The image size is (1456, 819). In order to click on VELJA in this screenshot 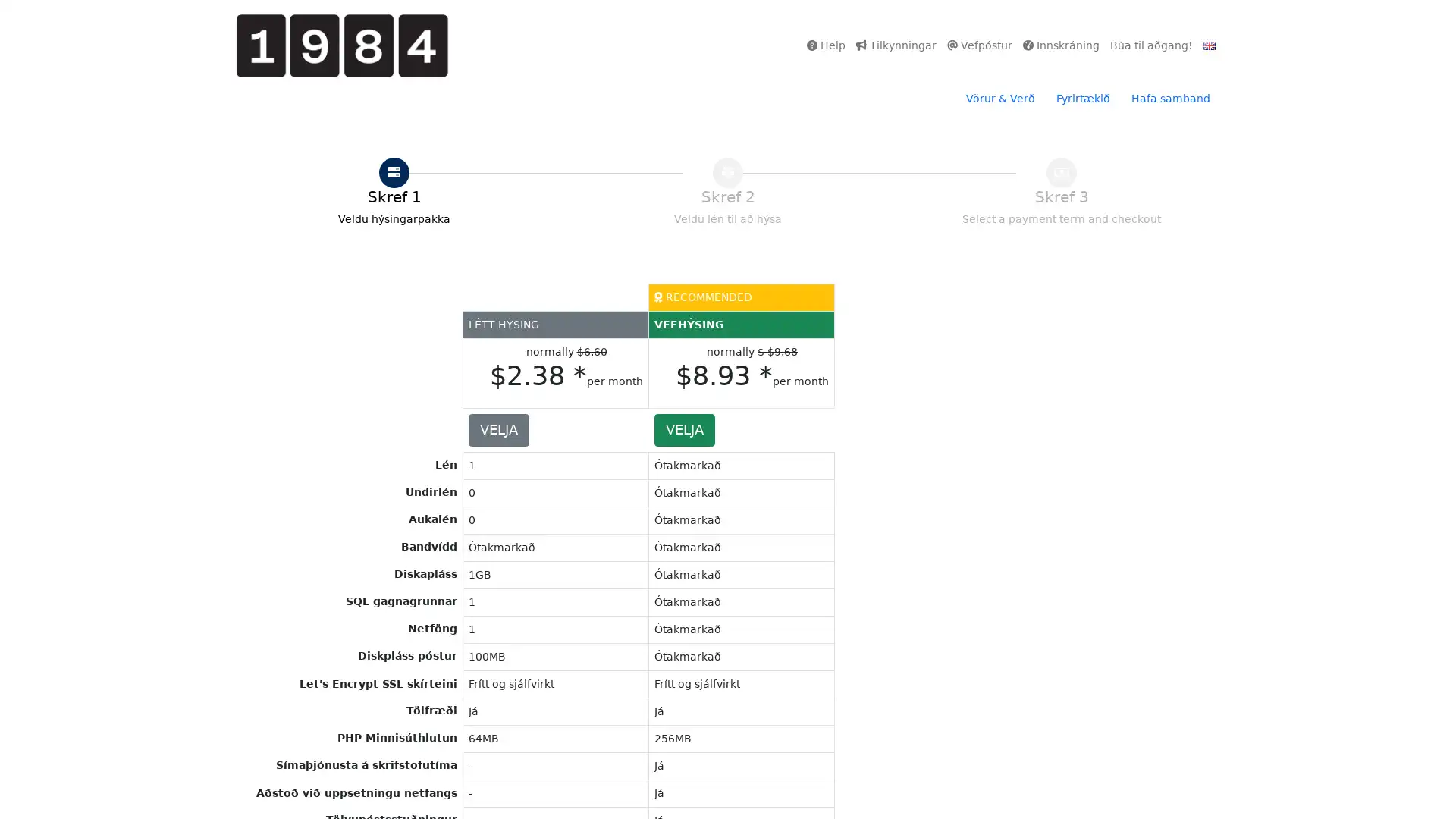, I will do `click(498, 430)`.